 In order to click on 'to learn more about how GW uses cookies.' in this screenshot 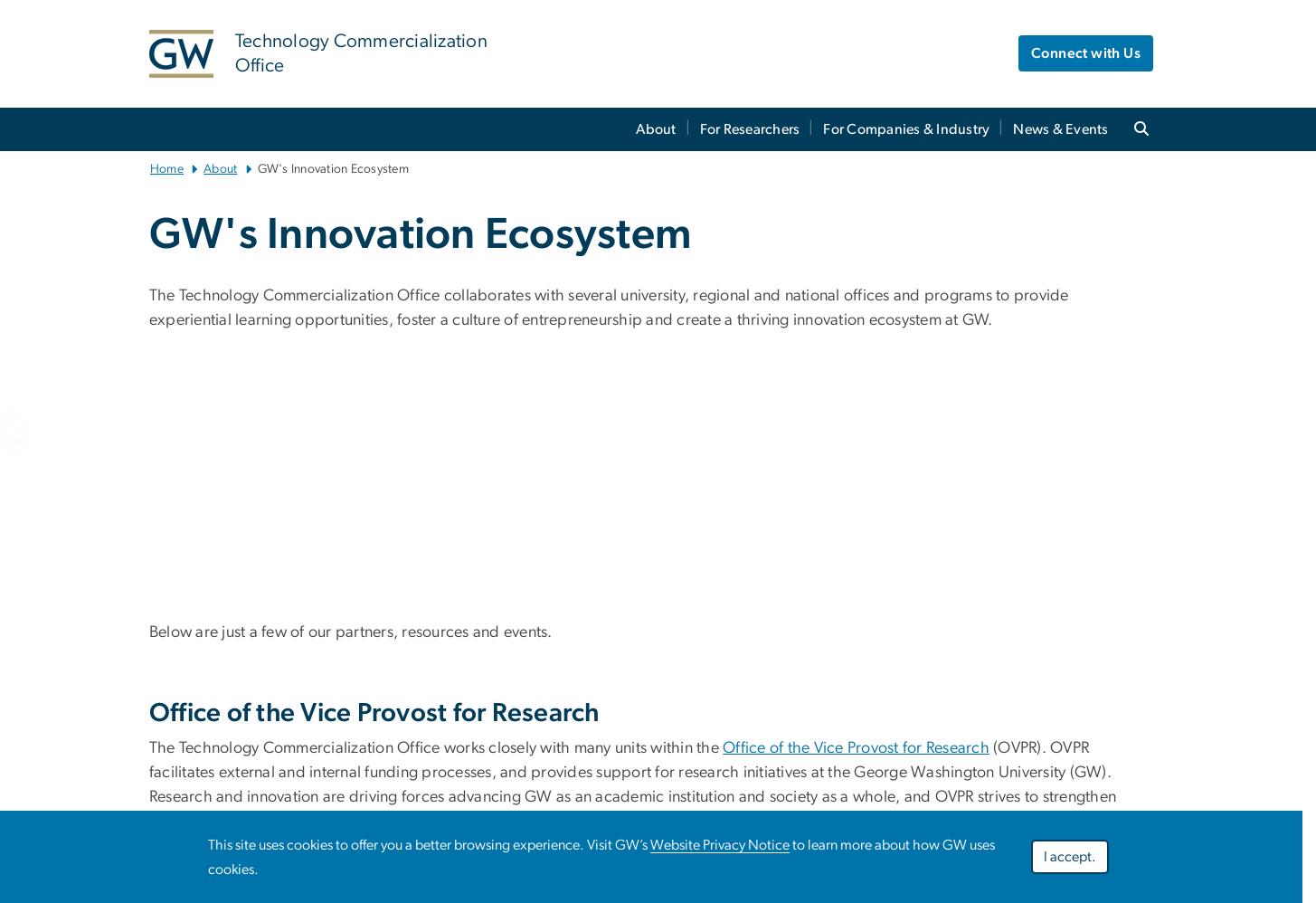, I will do `click(207, 857)`.